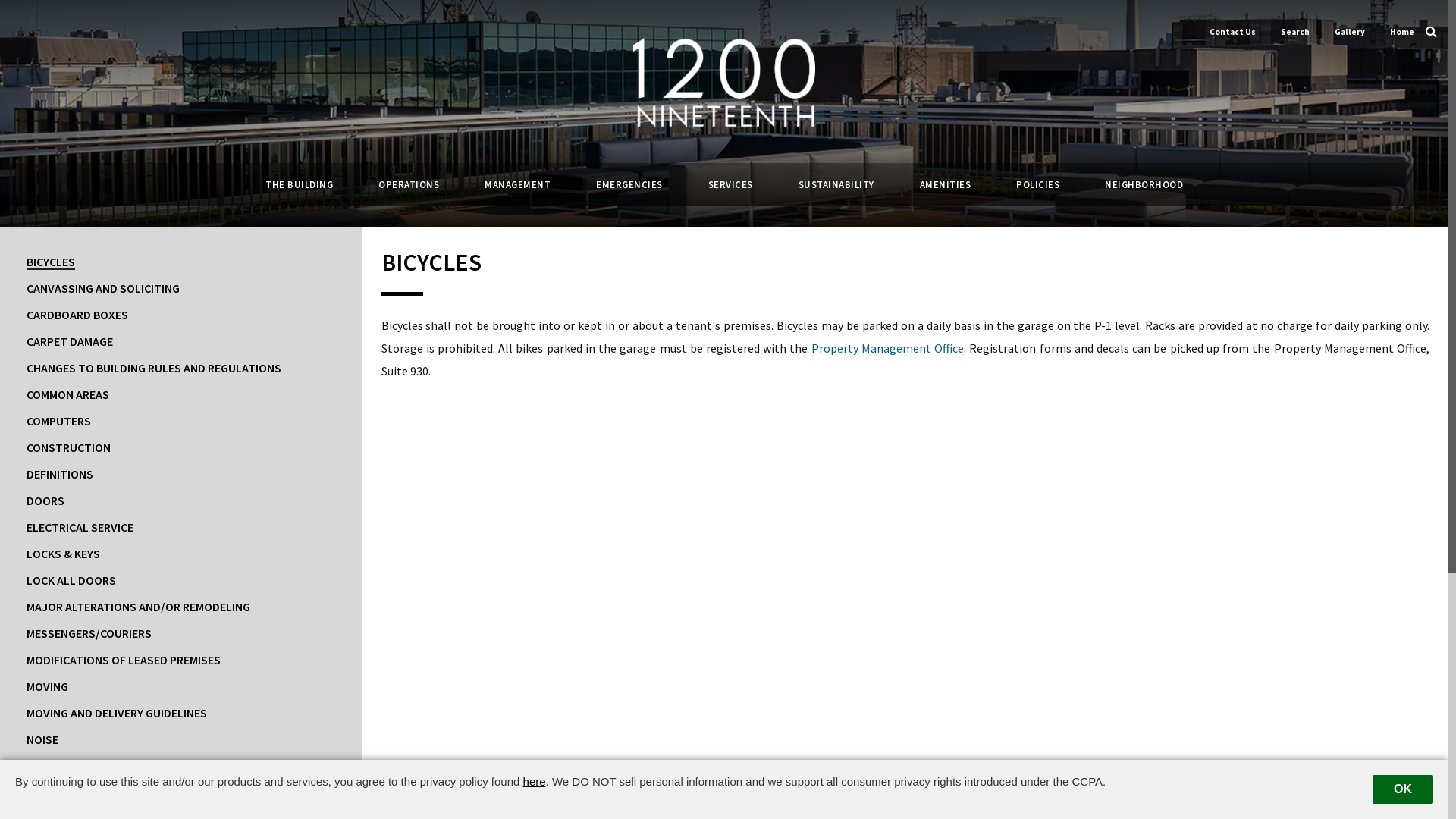 This screenshot has width=1456, height=819. Describe the element at coordinates (181, 288) in the screenshot. I see `'CANVASSING AND SOLICITING'` at that location.